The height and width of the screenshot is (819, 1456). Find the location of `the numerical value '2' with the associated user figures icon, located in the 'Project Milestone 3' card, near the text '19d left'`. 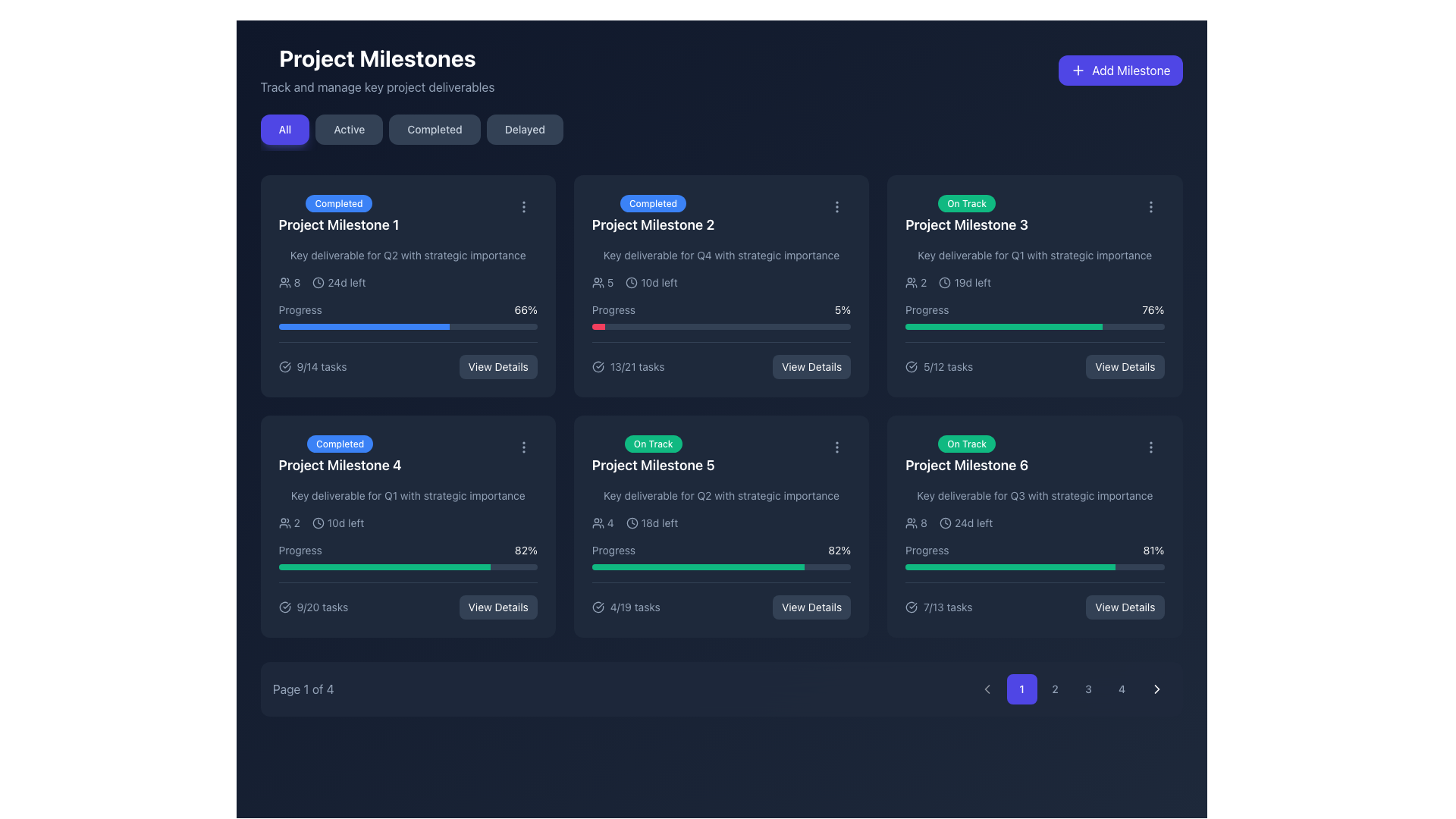

the numerical value '2' with the associated user figures icon, located in the 'Project Milestone 3' card, near the text '19d left' is located at coordinates (915, 283).